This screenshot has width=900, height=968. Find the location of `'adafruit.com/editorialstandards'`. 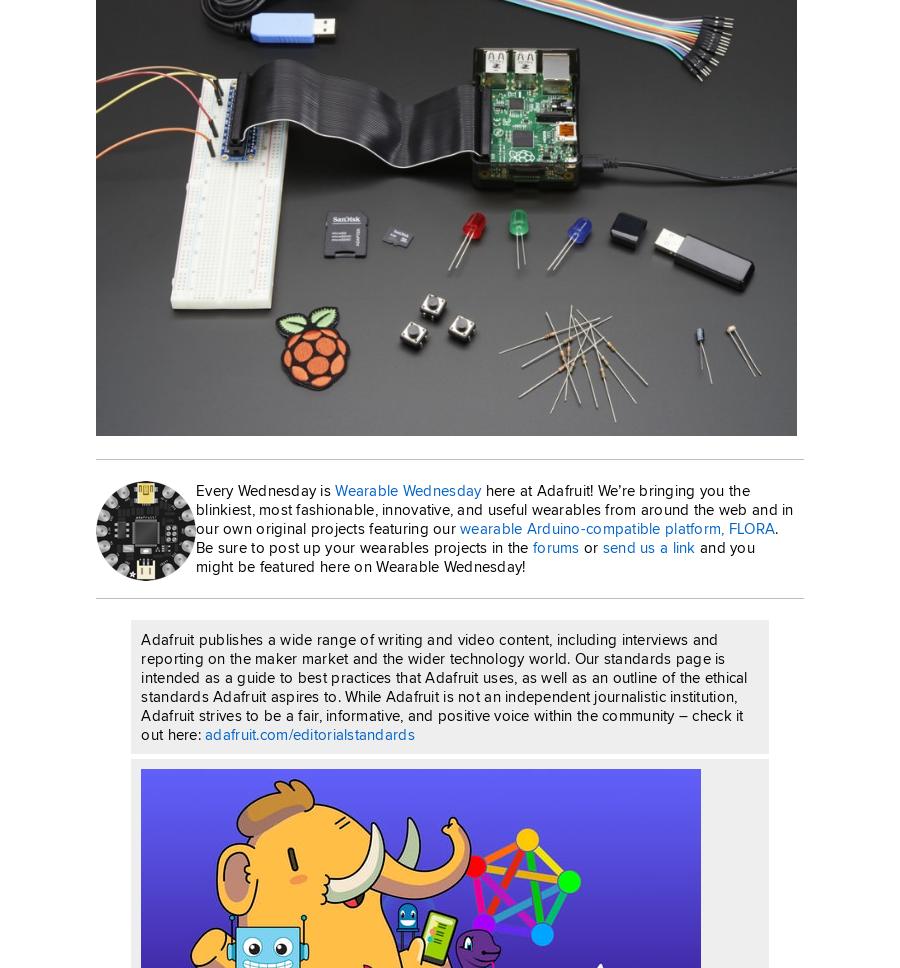

'adafruit.com/editorialstandards' is located at coordinates (205, 734).